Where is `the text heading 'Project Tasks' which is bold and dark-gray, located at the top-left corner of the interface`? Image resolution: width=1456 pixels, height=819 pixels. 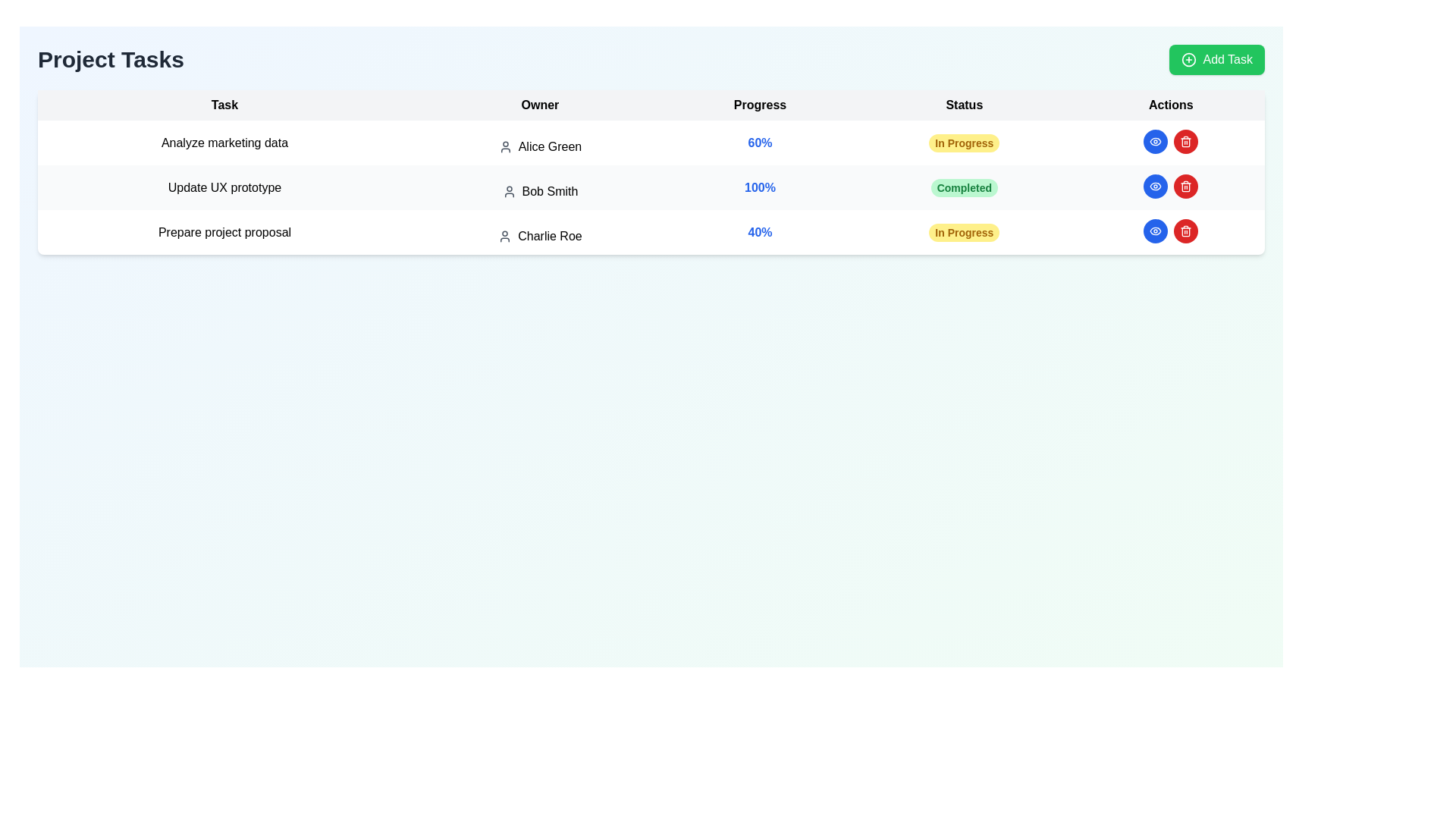
the text heading 'Project Tasks' which is bold and dark-gray, located at the top-left corner of the interface is located at coordinates (110, 58).